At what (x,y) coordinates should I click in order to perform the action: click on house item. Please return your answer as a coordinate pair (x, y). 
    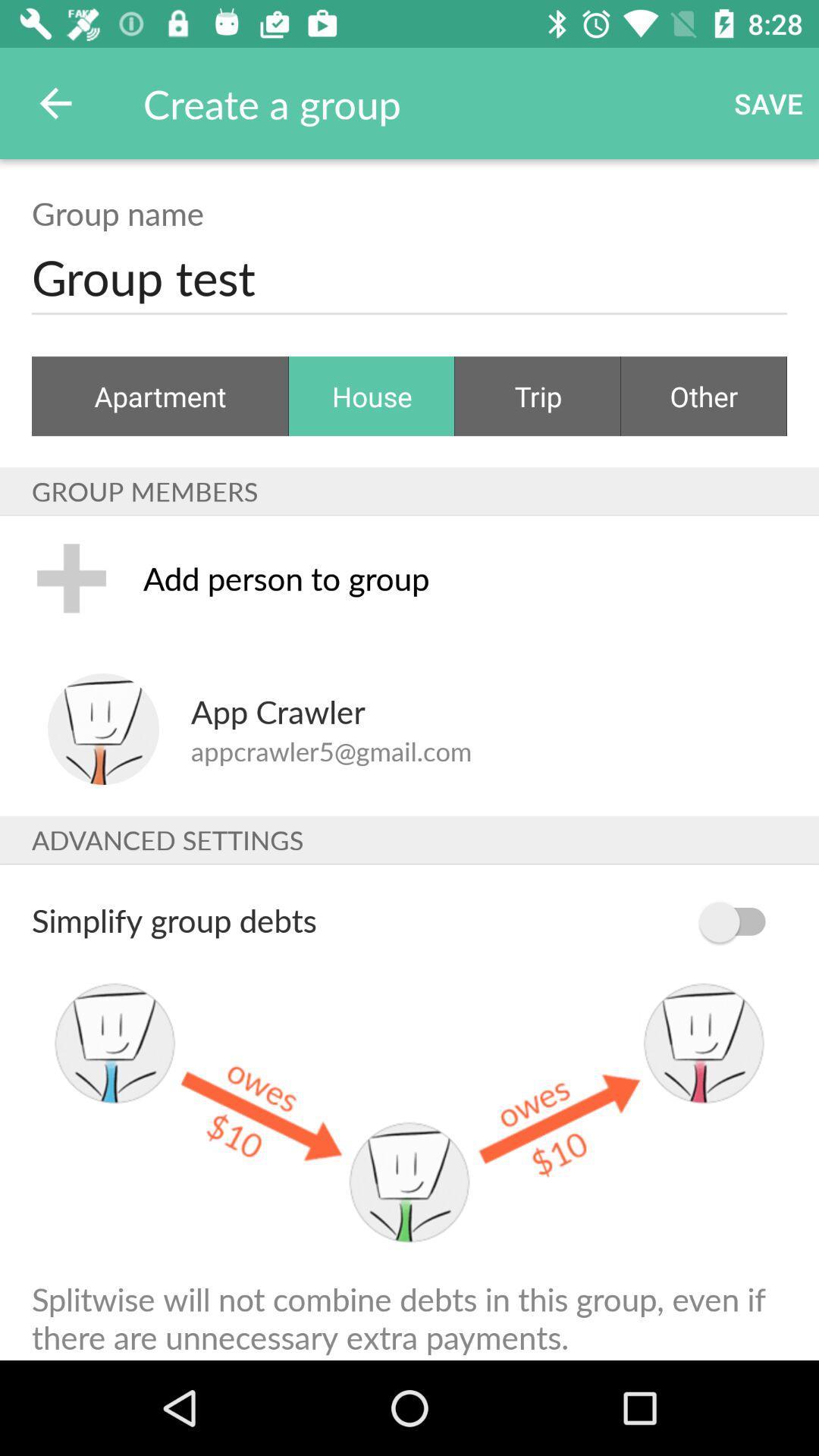
    Looking at the image, I should click on (372, 396).